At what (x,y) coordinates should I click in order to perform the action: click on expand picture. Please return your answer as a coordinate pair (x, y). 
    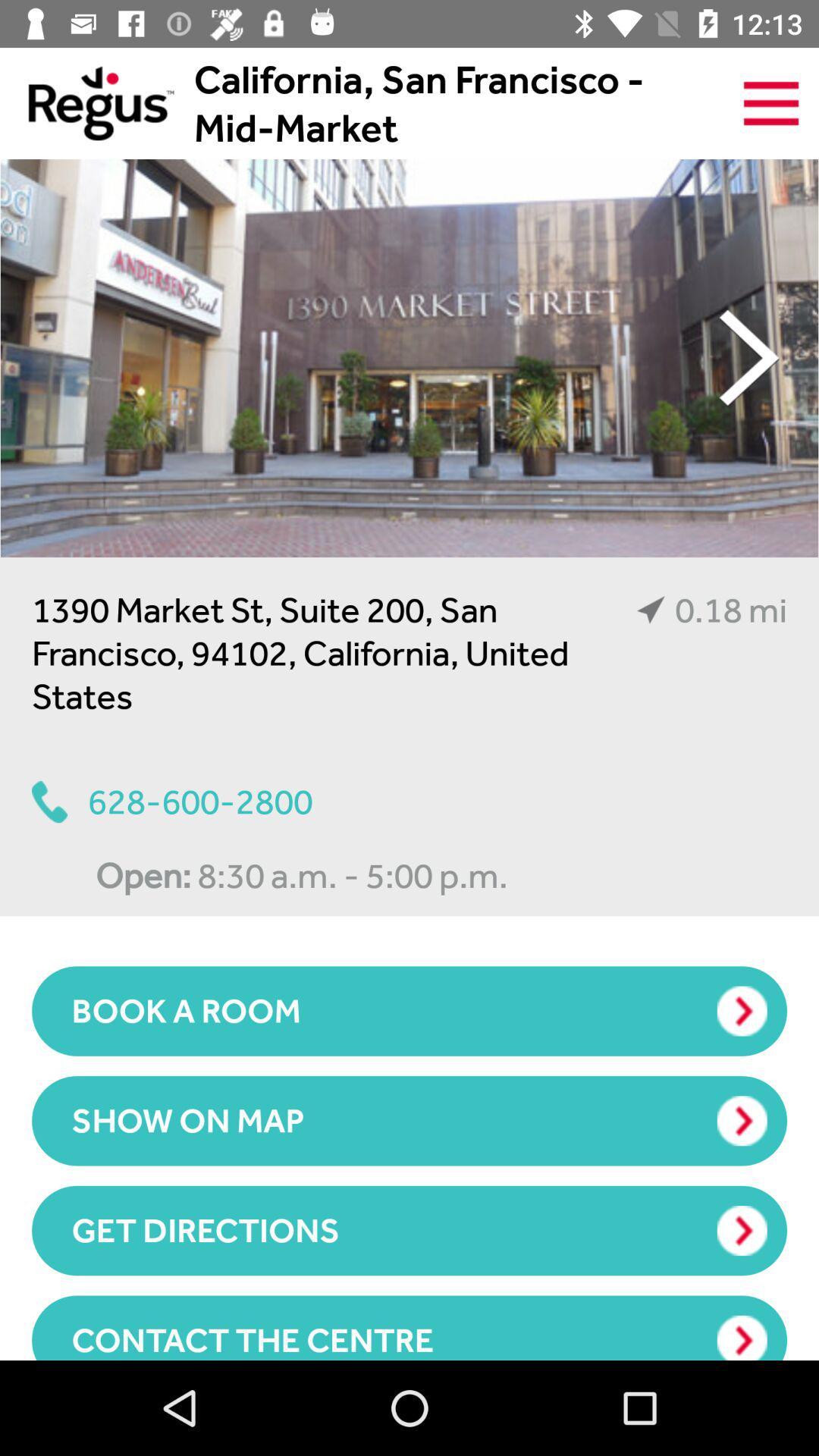
    Looking at the image, I should click on (409, 357).